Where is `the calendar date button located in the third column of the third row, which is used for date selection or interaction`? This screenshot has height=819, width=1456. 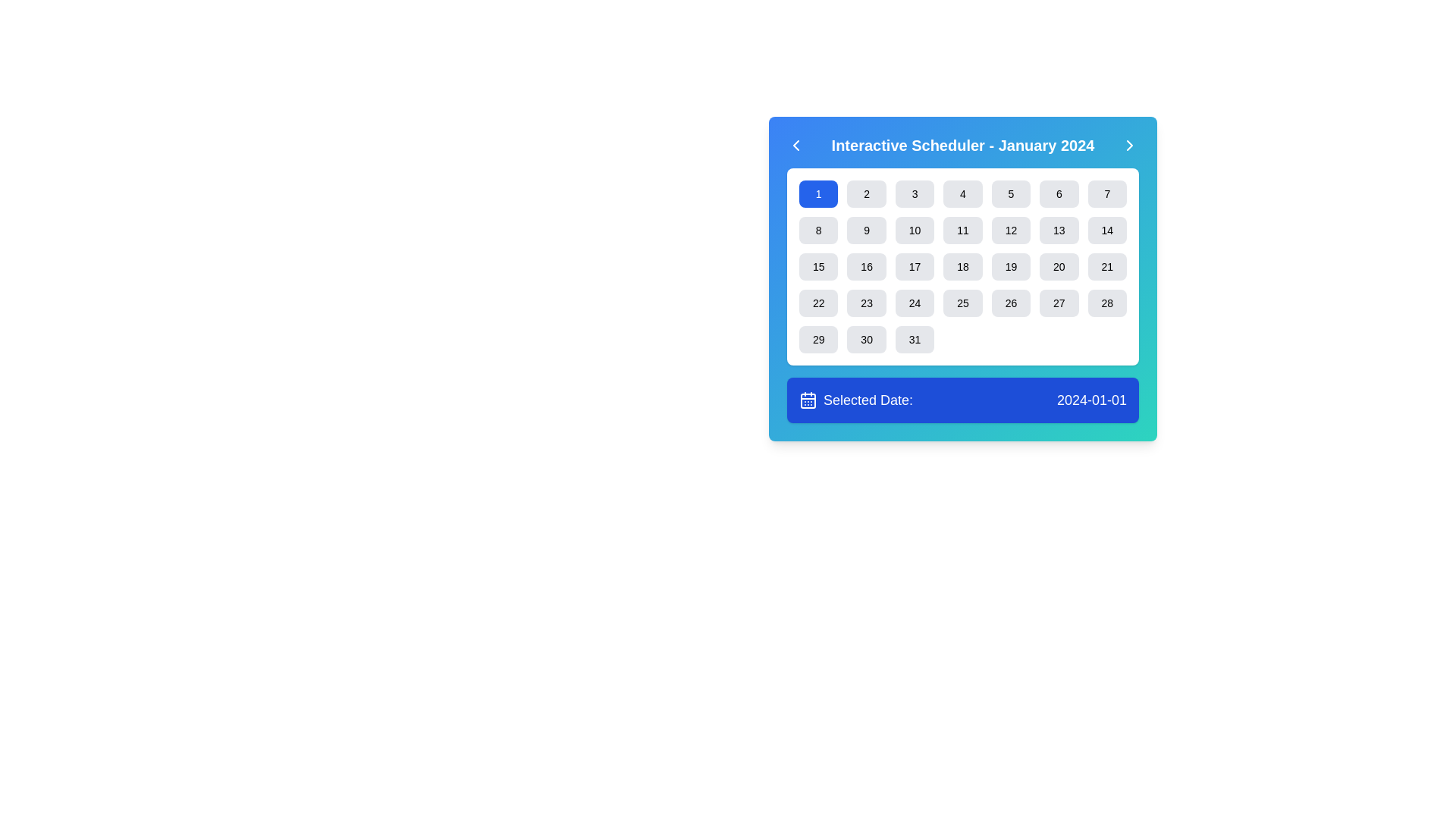
the calendar date button located in the third column of the third row, which is used for date selection or interaction is located at coordinates (914, 265).